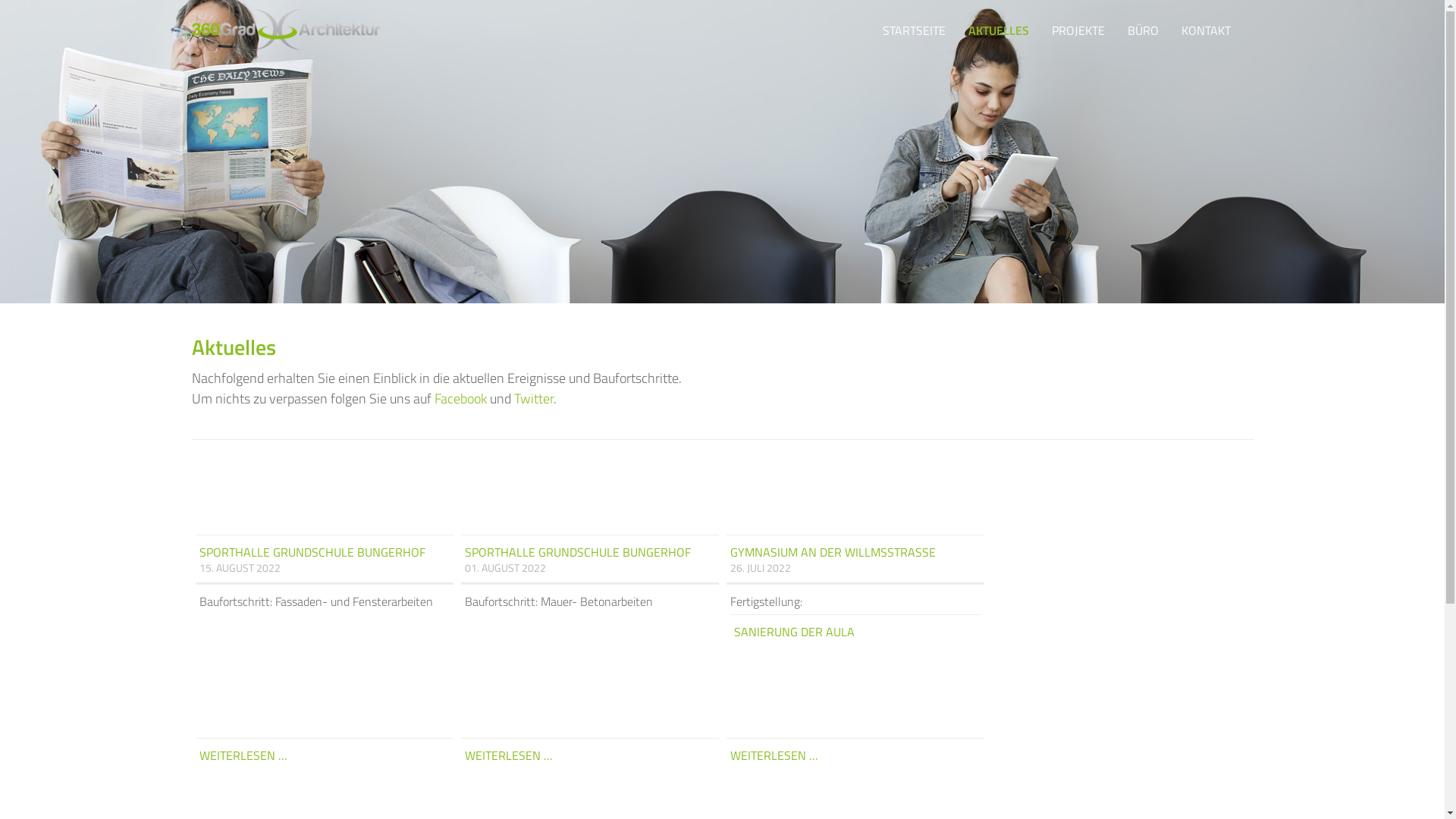 The image size is (1456, 819). Describe the element at coordinates (459, 397) in the screenshot. I see `'Facebook'` at that location.